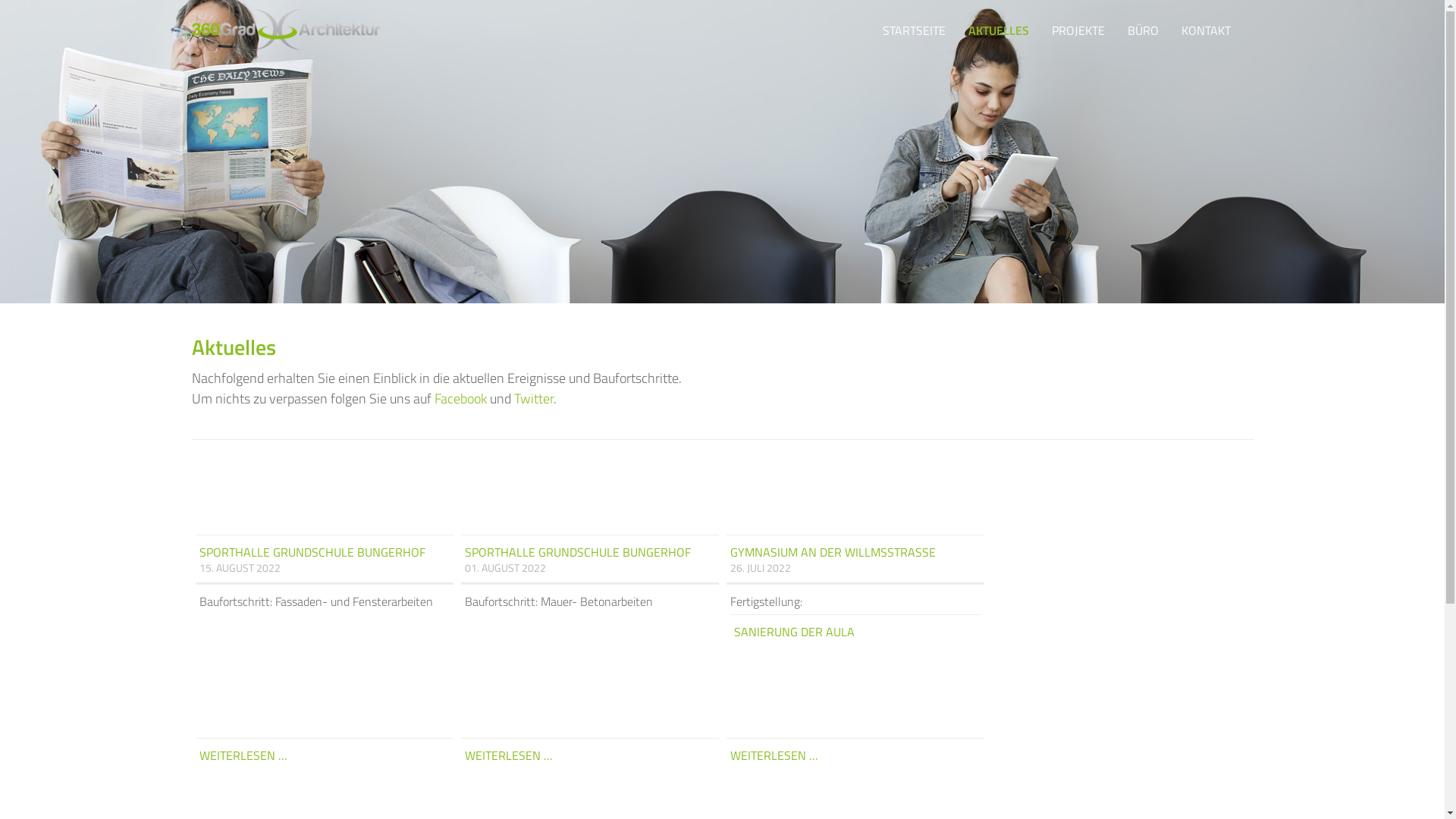 The image size is (1456, 819). Describe the element at coordinates (459, 397) in the screenshot. I see `'Facebook'` at that location.